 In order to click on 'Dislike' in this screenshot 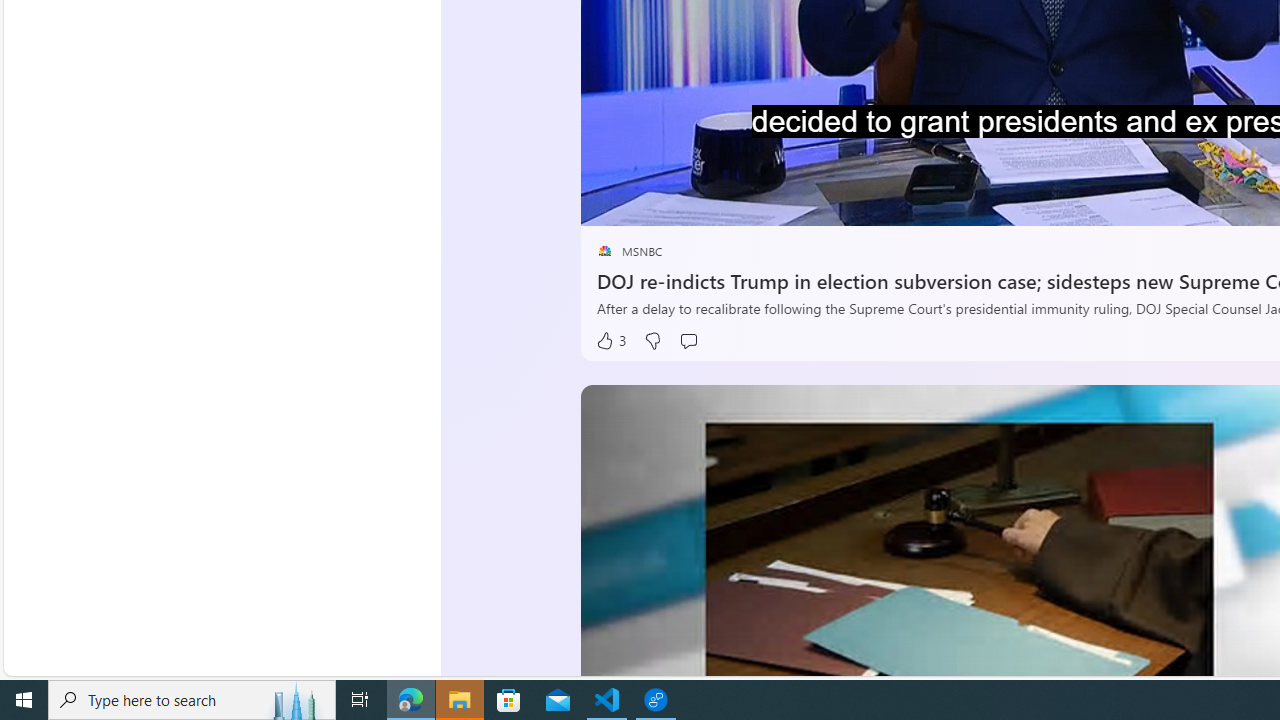, I will do `click(652, 340)`.